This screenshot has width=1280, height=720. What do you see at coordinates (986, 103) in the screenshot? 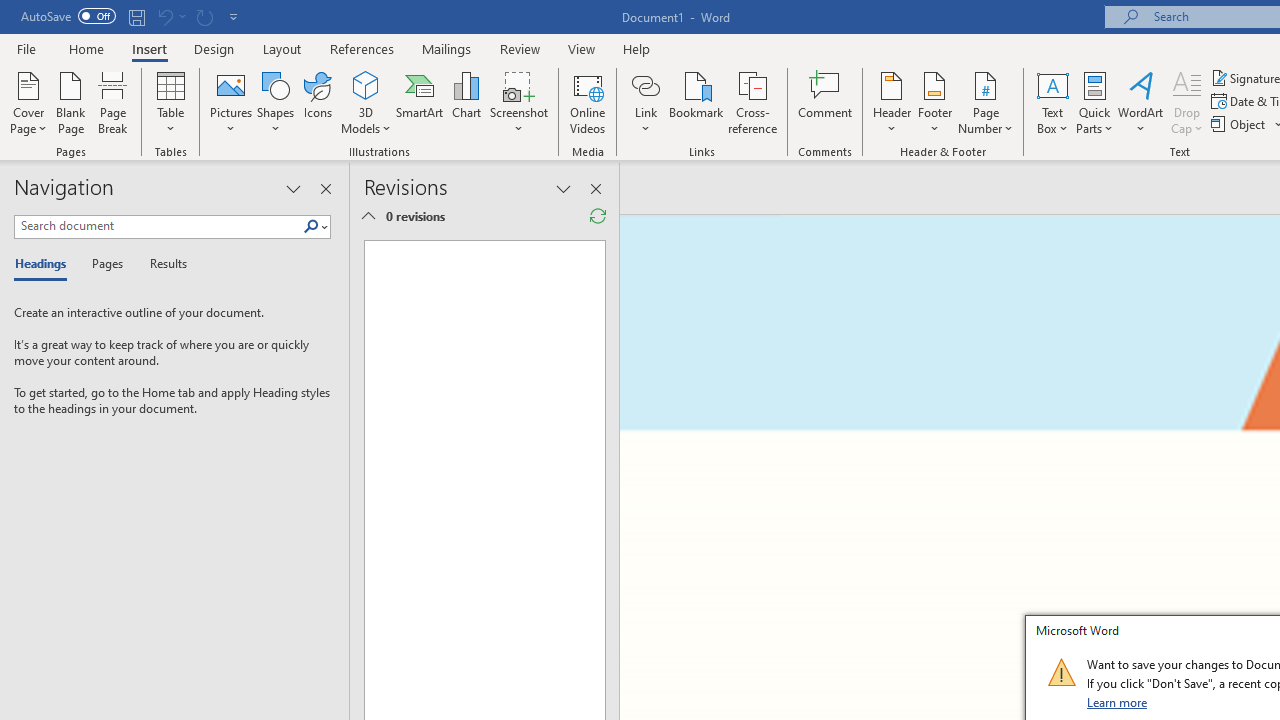
I see `'Page Number'` at bounding box center [986, 103].